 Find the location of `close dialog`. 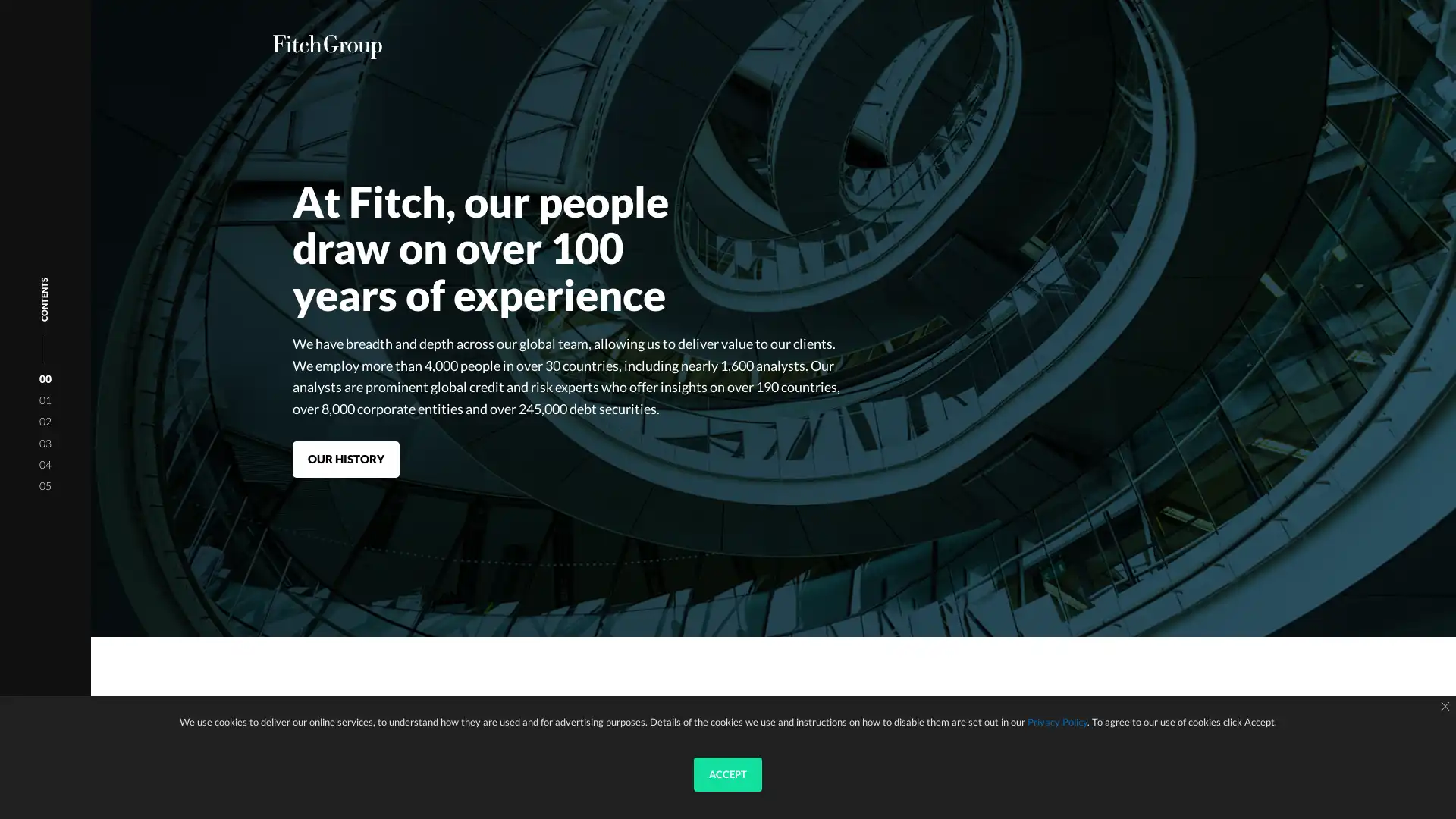

close dialog is located at coordinates (1444, 707).